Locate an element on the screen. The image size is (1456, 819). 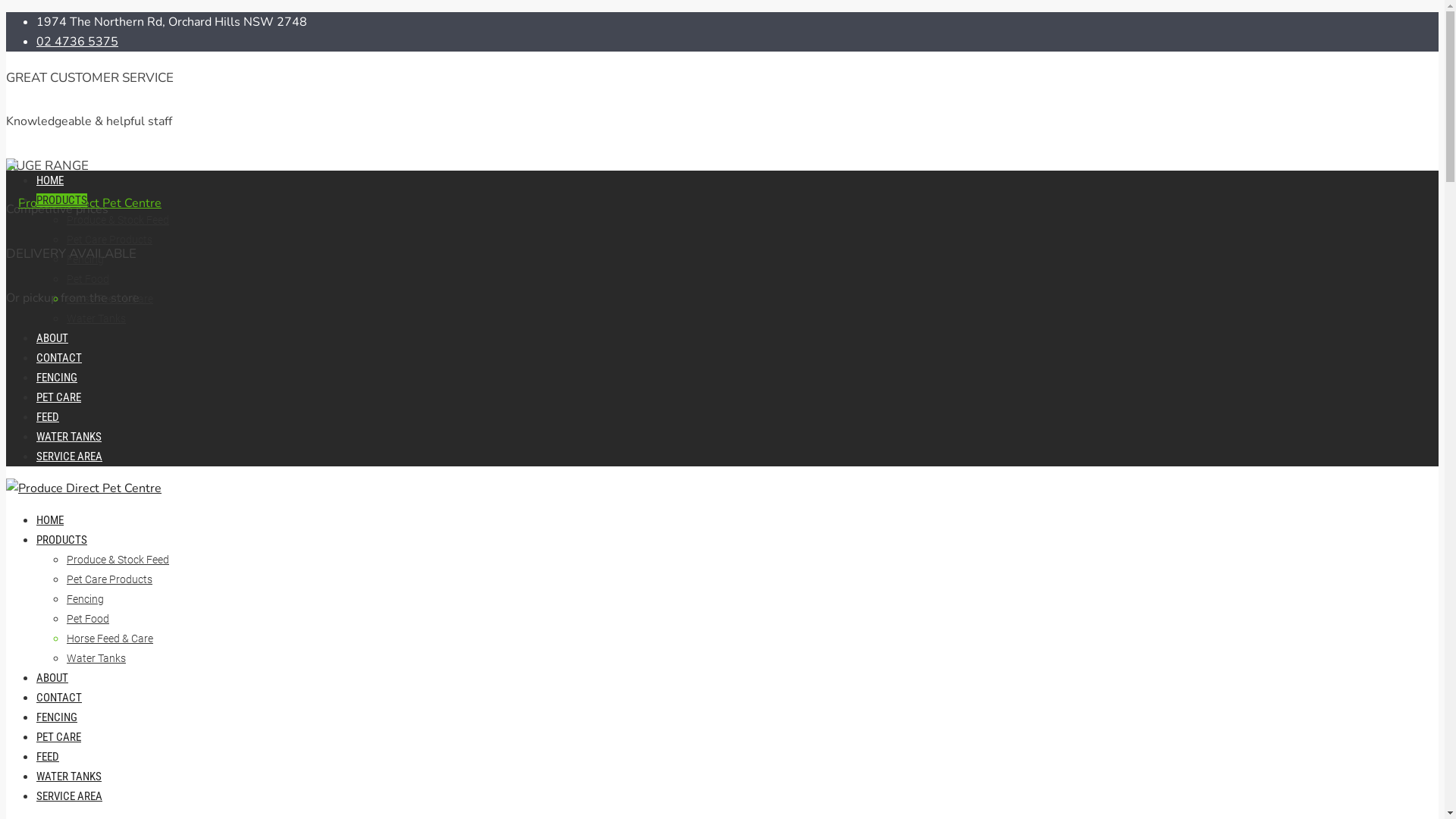
'PET CARE' is located at coordinates (58, 397).